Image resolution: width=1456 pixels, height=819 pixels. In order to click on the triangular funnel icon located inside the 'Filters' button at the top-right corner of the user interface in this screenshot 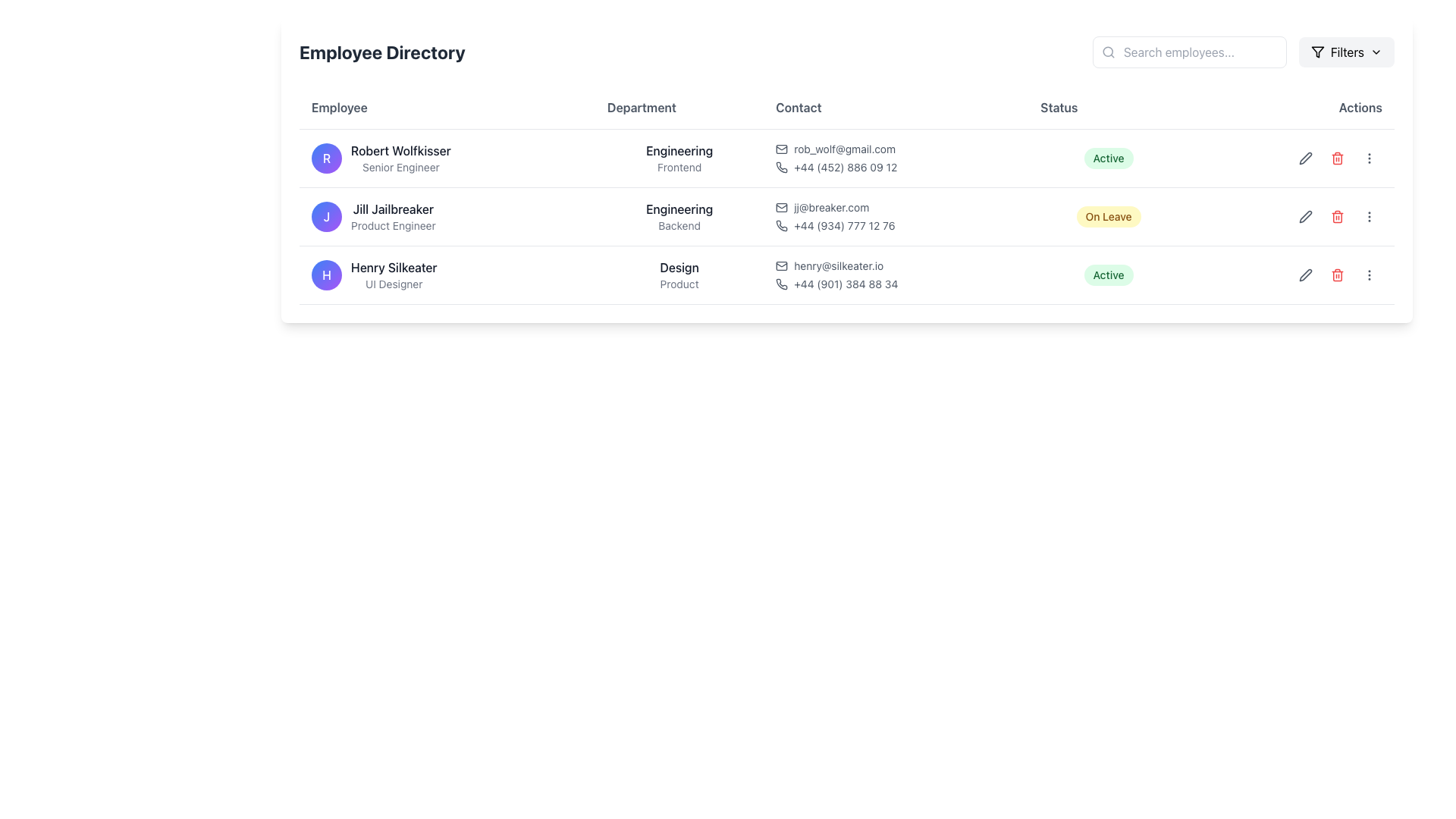, I will do `click(1316, 52)`.